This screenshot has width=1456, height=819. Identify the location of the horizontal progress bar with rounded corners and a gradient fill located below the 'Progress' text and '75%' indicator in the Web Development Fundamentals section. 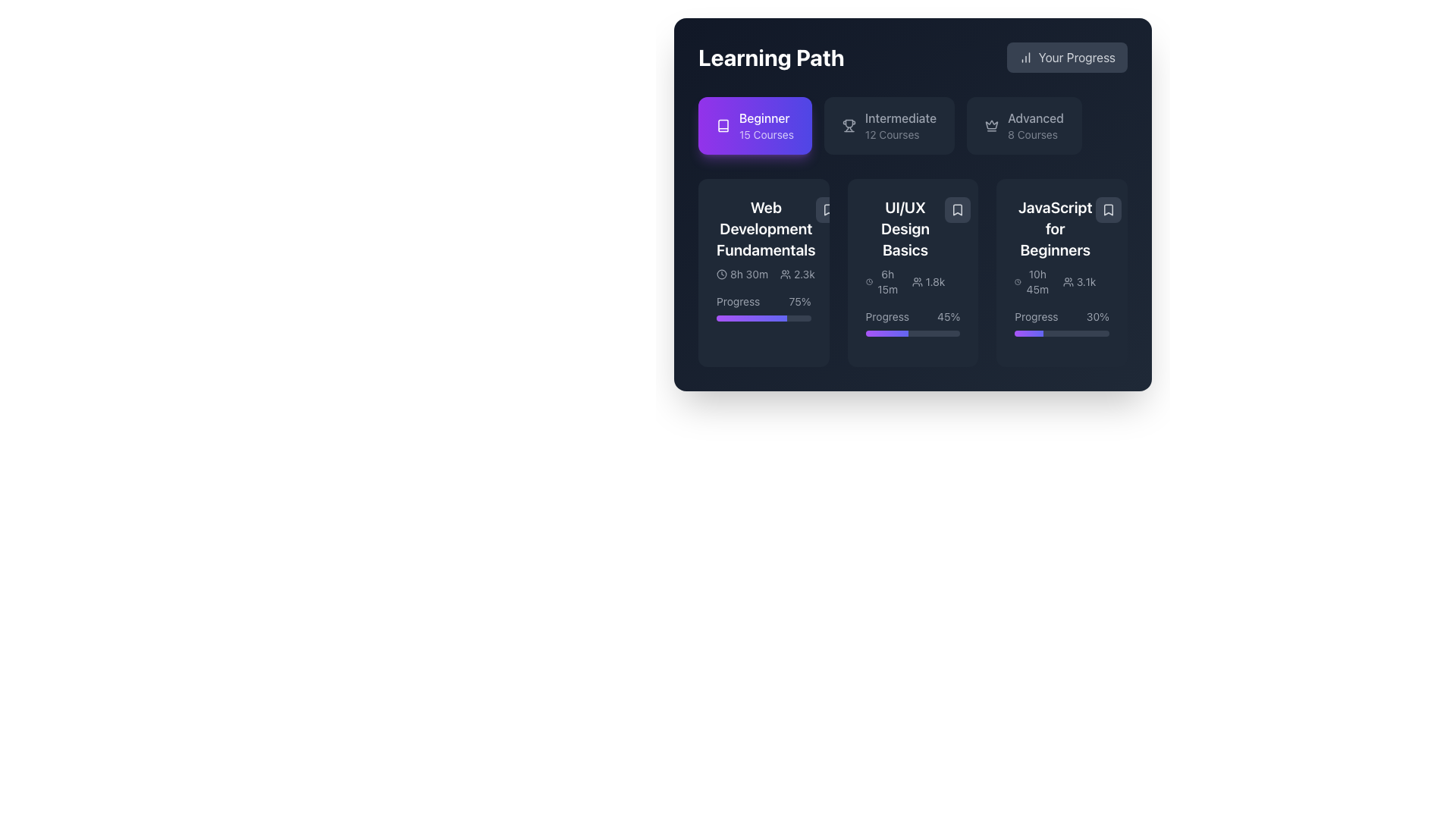
(764, 318).